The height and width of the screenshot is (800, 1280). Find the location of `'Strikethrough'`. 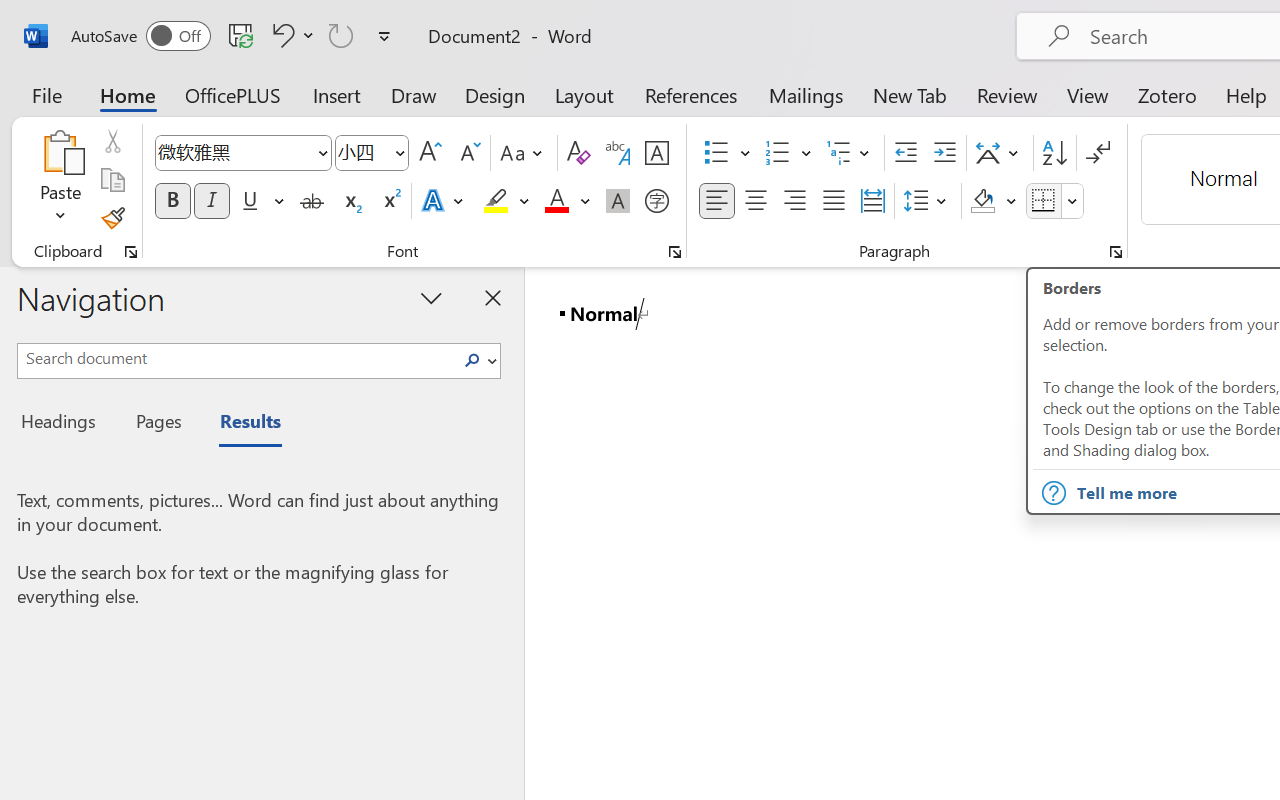

'Strikethrough' is located at coordinates (311, 201).